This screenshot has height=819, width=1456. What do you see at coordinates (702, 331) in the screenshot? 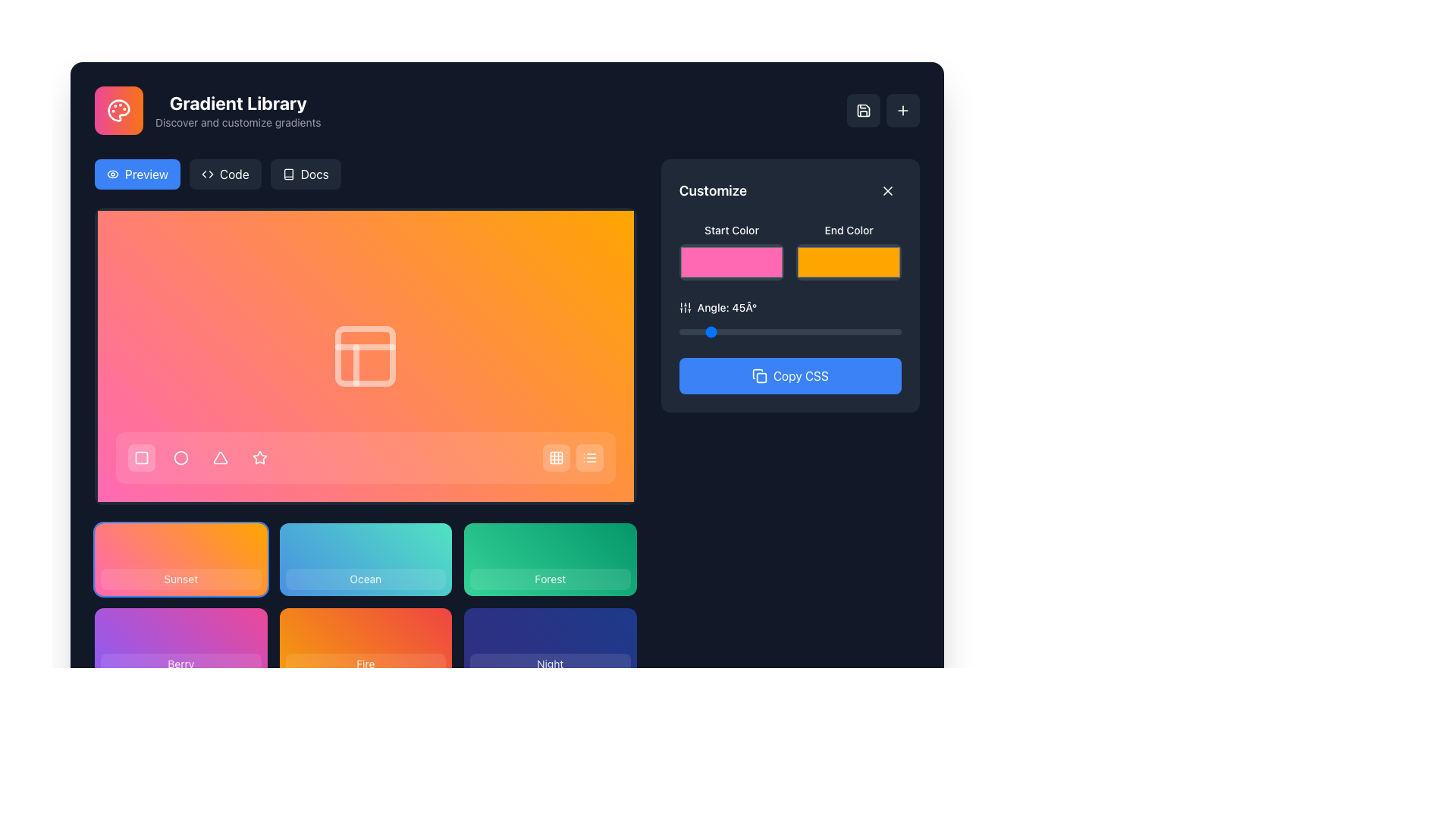
I see `the angle` at bounding box center [702, 331].